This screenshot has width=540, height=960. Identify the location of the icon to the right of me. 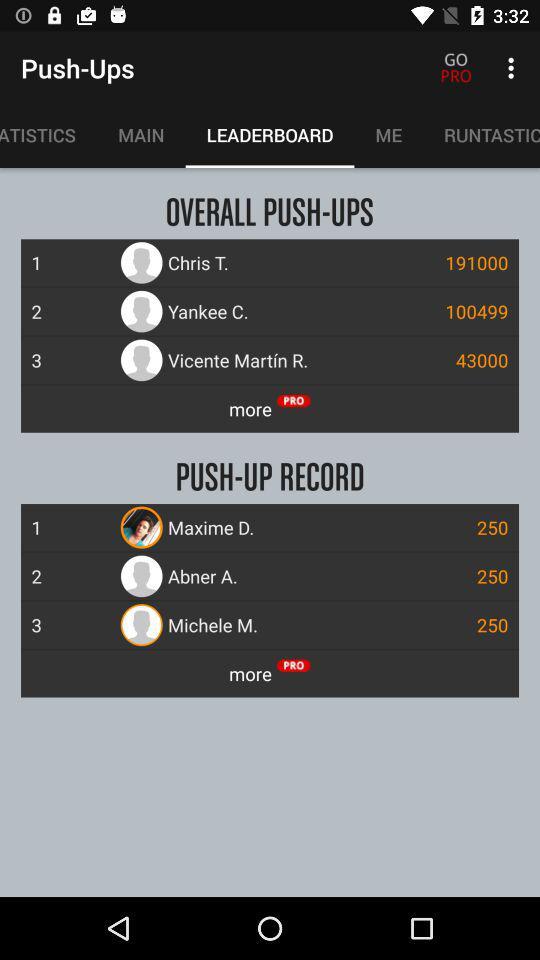
(480, 134).